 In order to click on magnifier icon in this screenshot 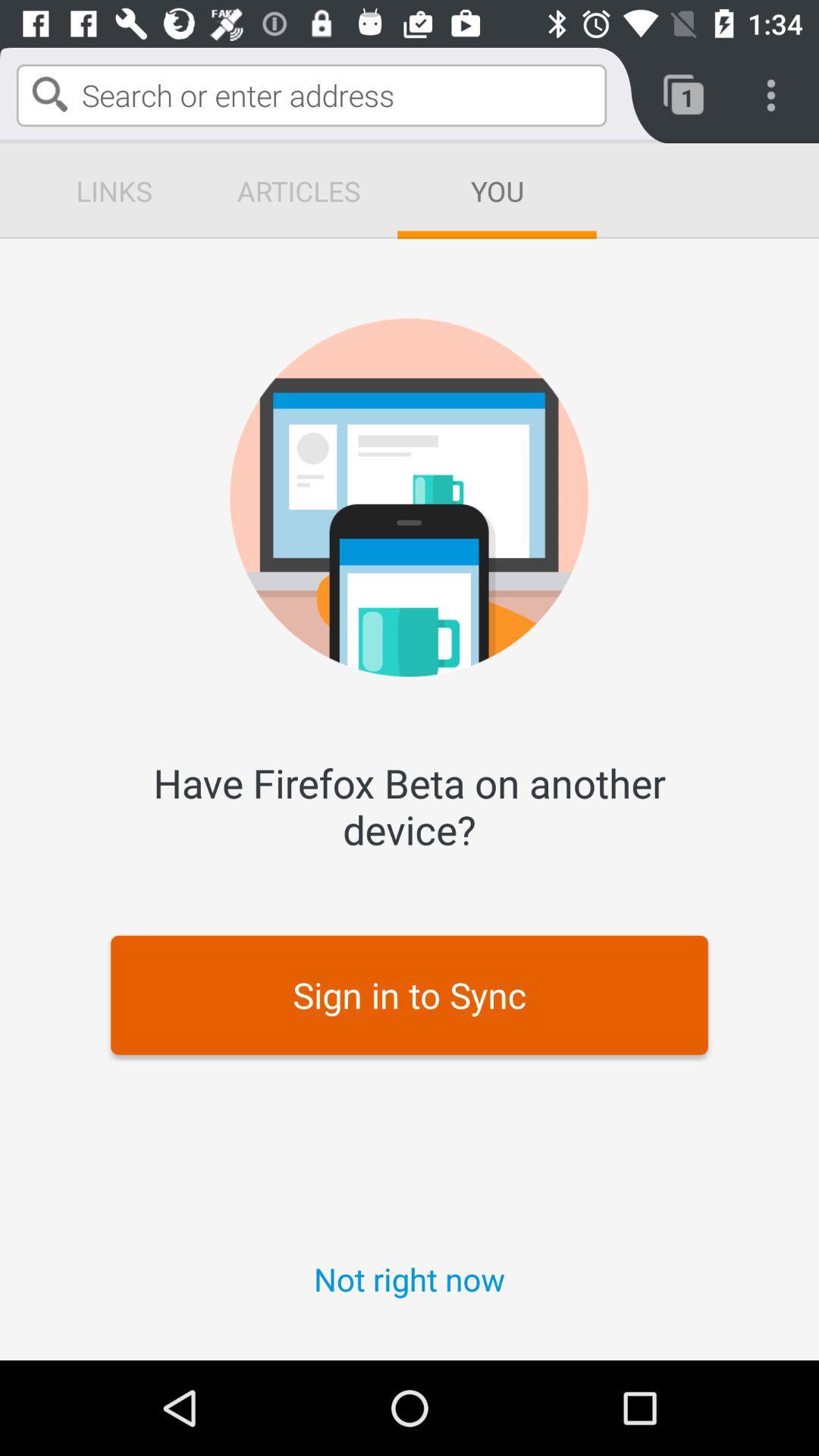, I will do `click(49, 93)`.